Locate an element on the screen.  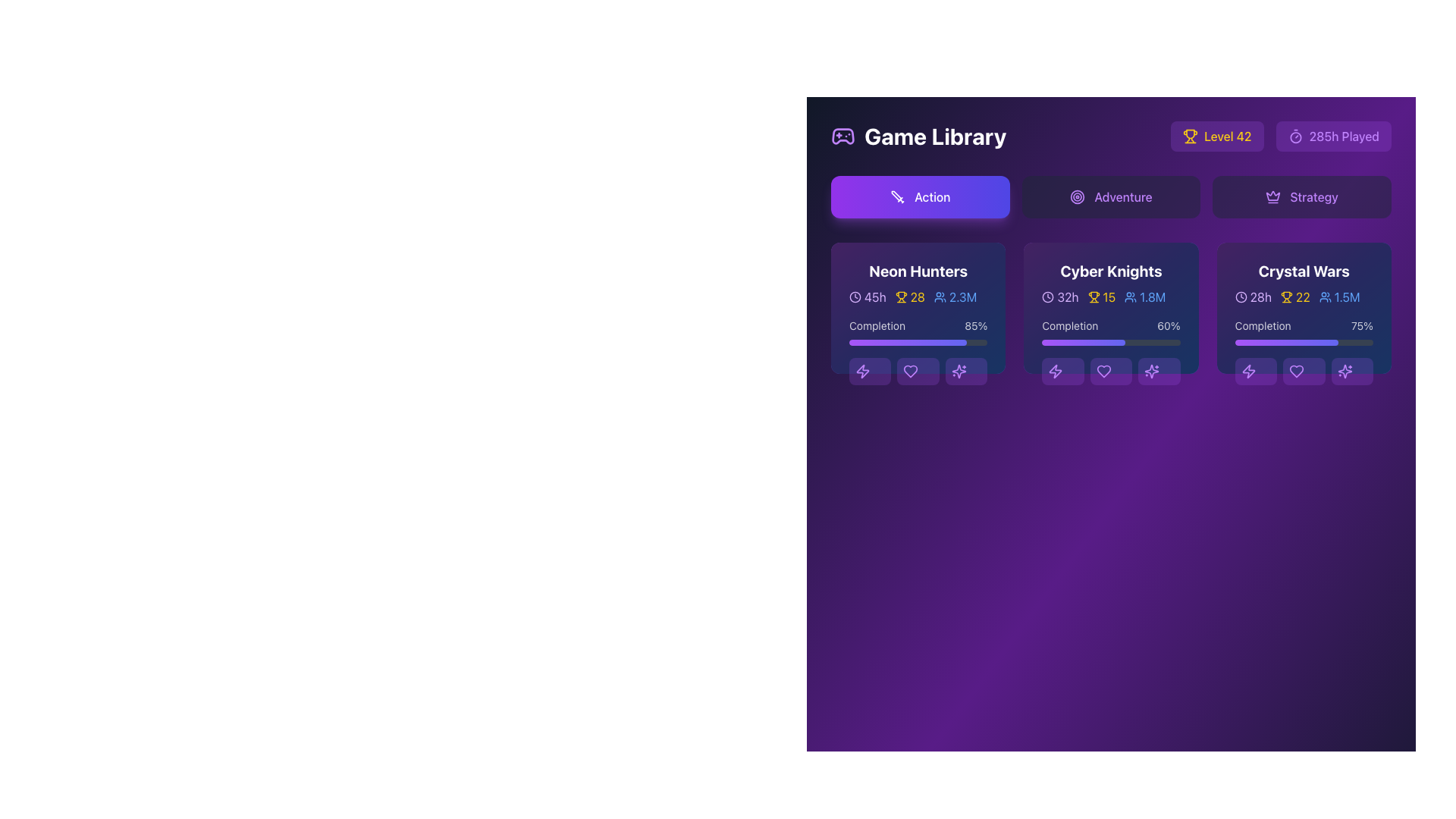
the static text label displaying 'Completion' in white font on a dark purple background, located within the card for 'Neon Hunters' is located at coordinates (877, 325).